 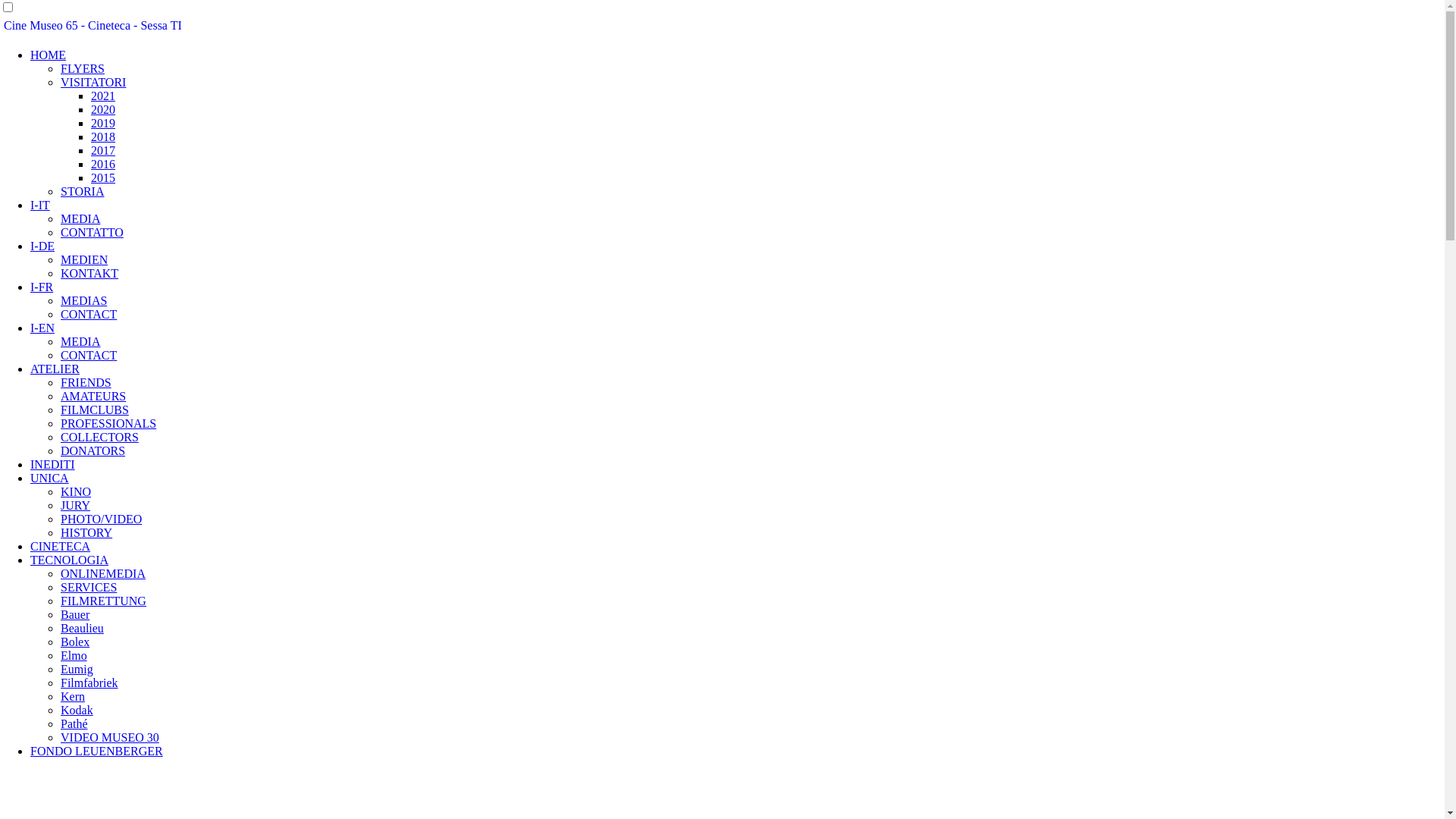 I want to click on 'STORIA', so click(x=82, y=190).